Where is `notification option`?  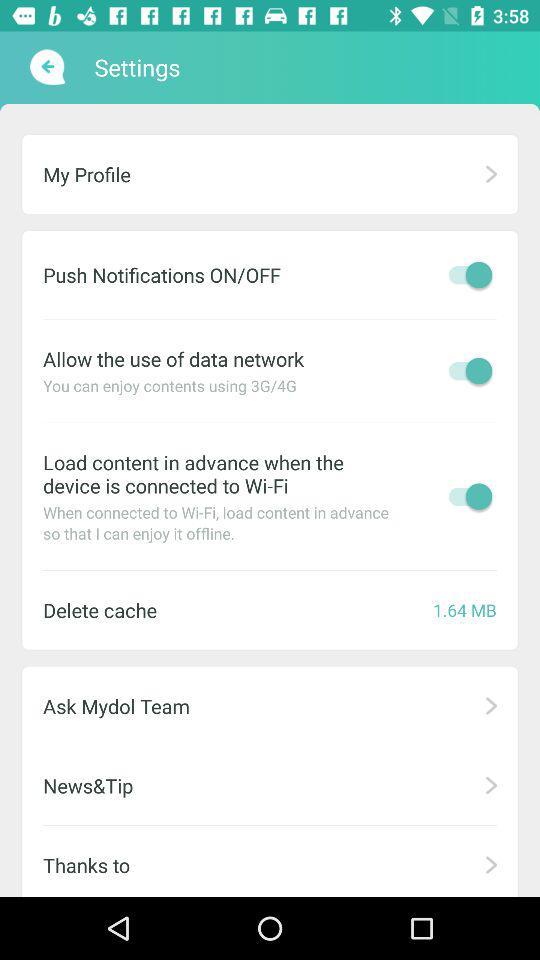
notification option is located at coordinates (465, 274).